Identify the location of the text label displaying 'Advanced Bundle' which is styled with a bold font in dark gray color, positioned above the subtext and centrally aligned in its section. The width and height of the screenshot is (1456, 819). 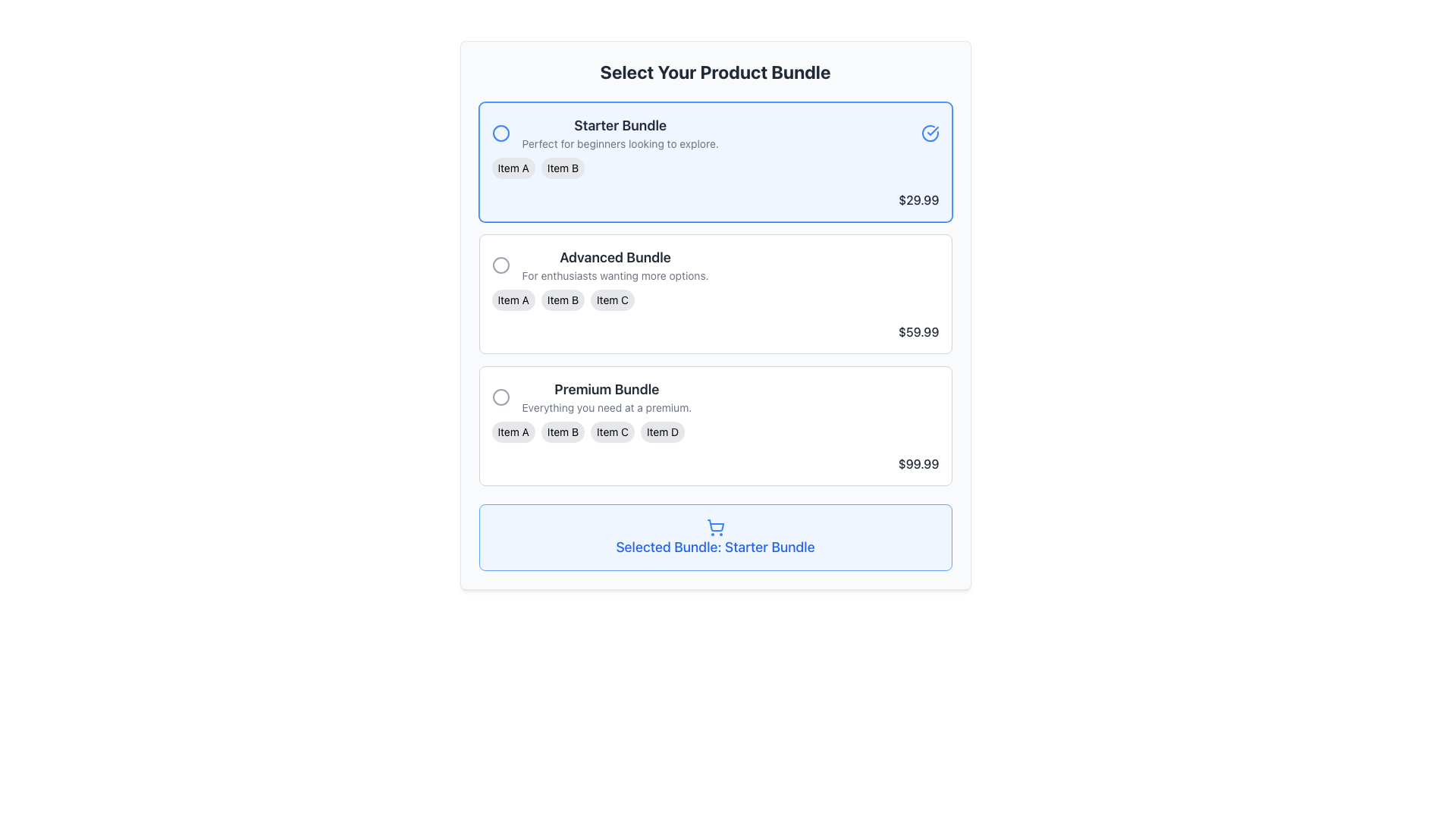
(615, 256).